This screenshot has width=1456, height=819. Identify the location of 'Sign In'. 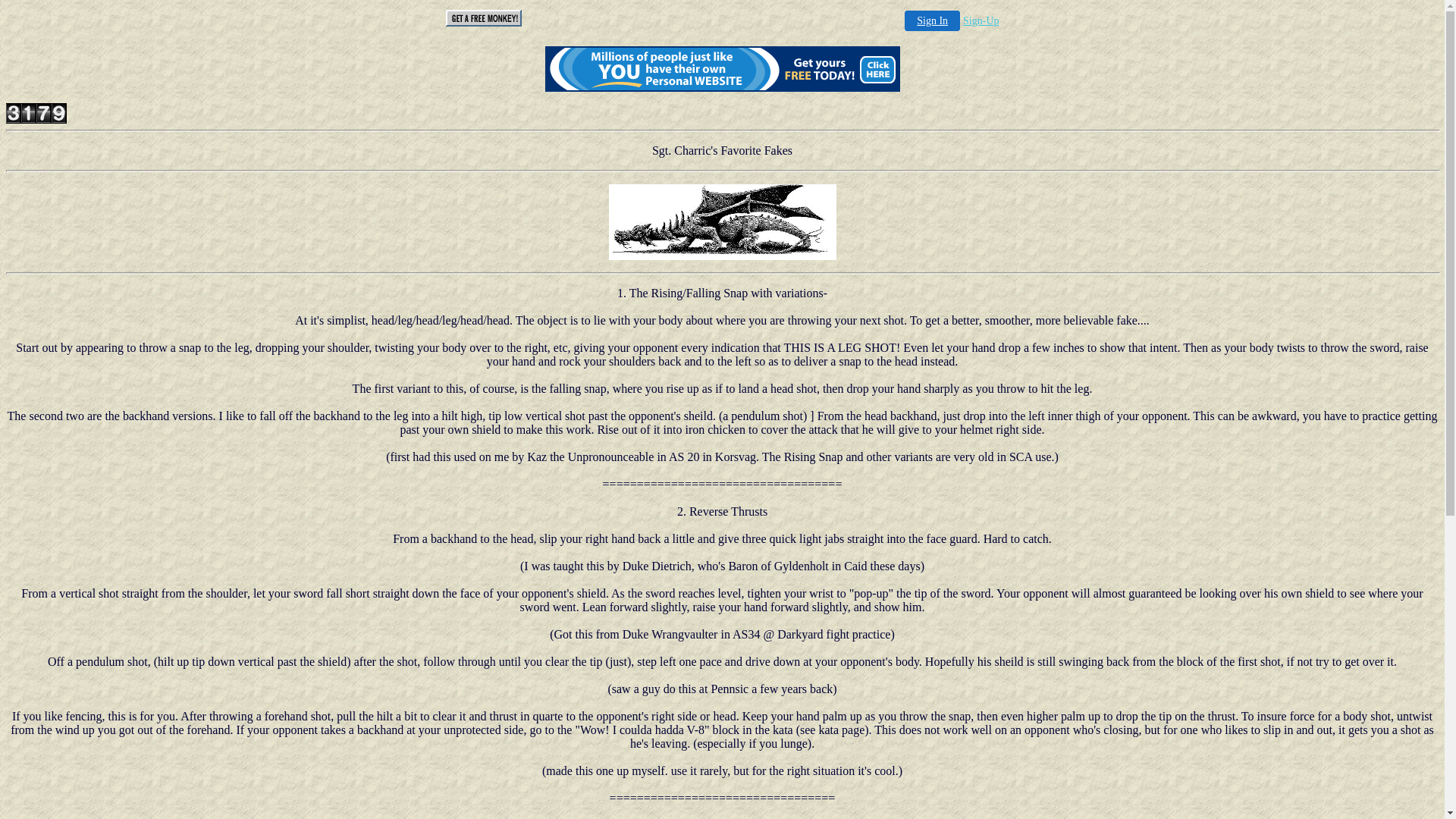
(931, 20).